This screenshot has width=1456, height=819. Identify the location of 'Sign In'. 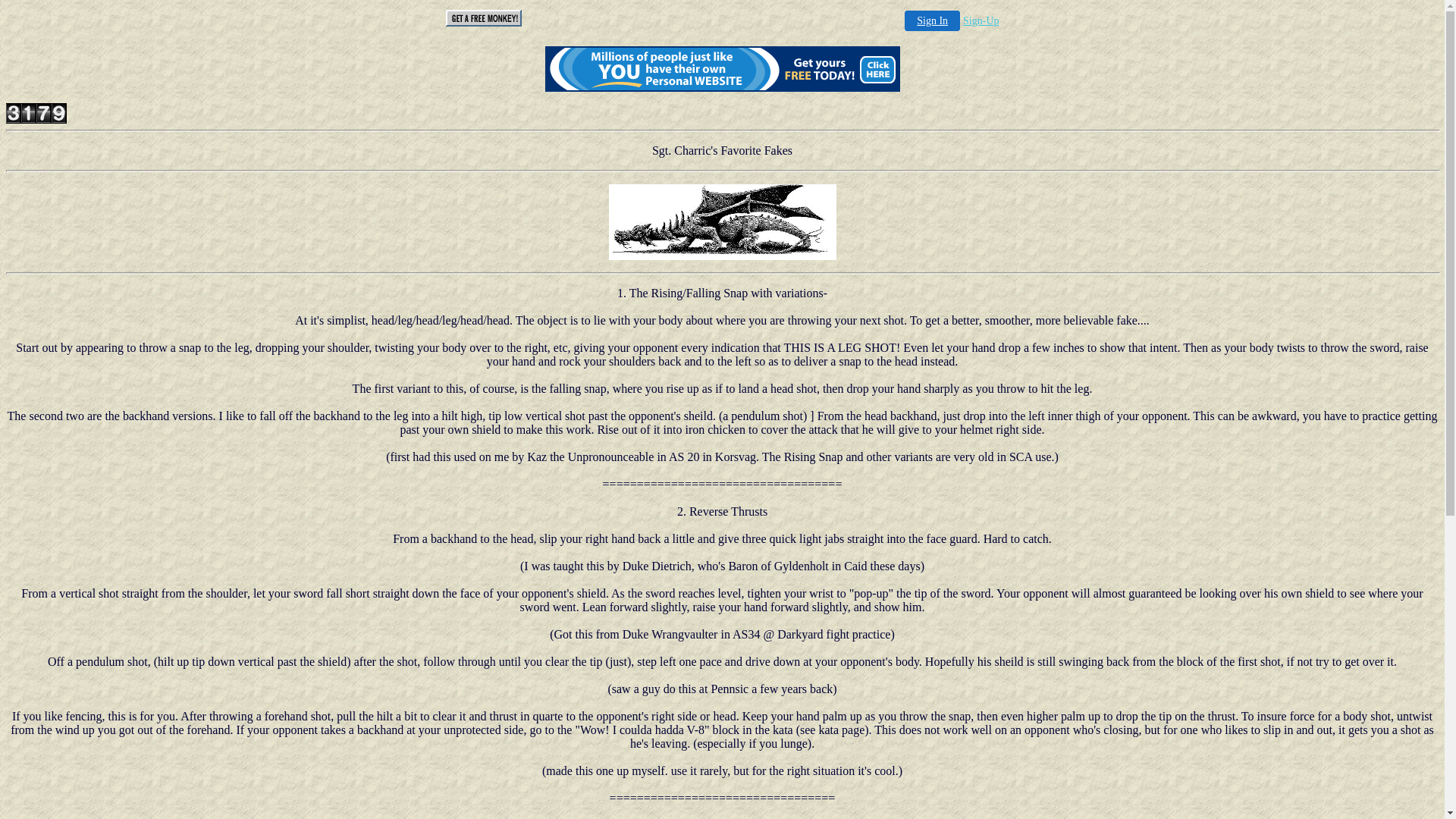
(931, 20).